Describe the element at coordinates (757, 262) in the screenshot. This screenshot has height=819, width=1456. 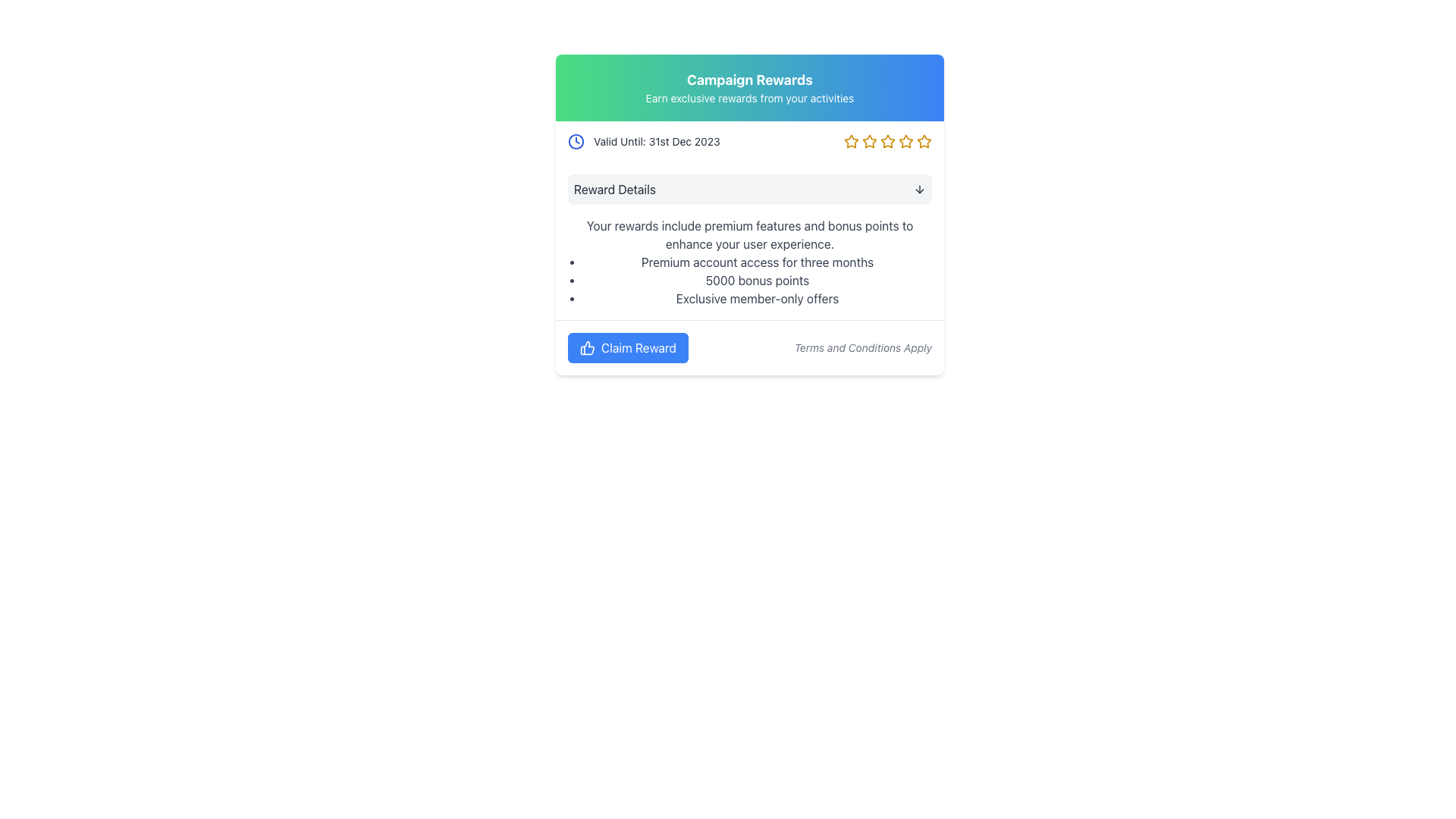
I see `the first static text item in the bullet-pointed list that provides information about premium account access for three months, located under 'Reward Details'` at that location.